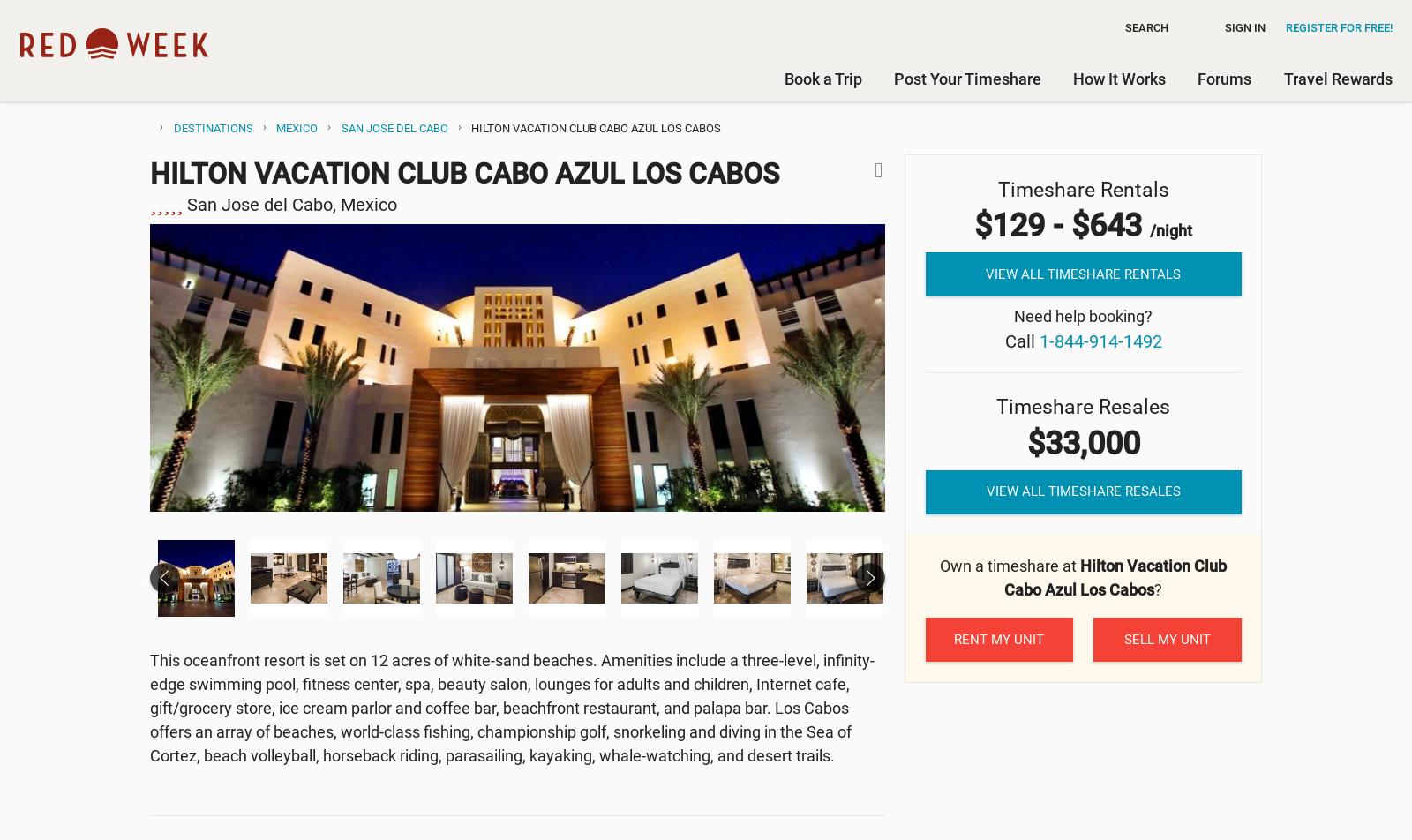  I want to click on '?', so click(1157, 589).